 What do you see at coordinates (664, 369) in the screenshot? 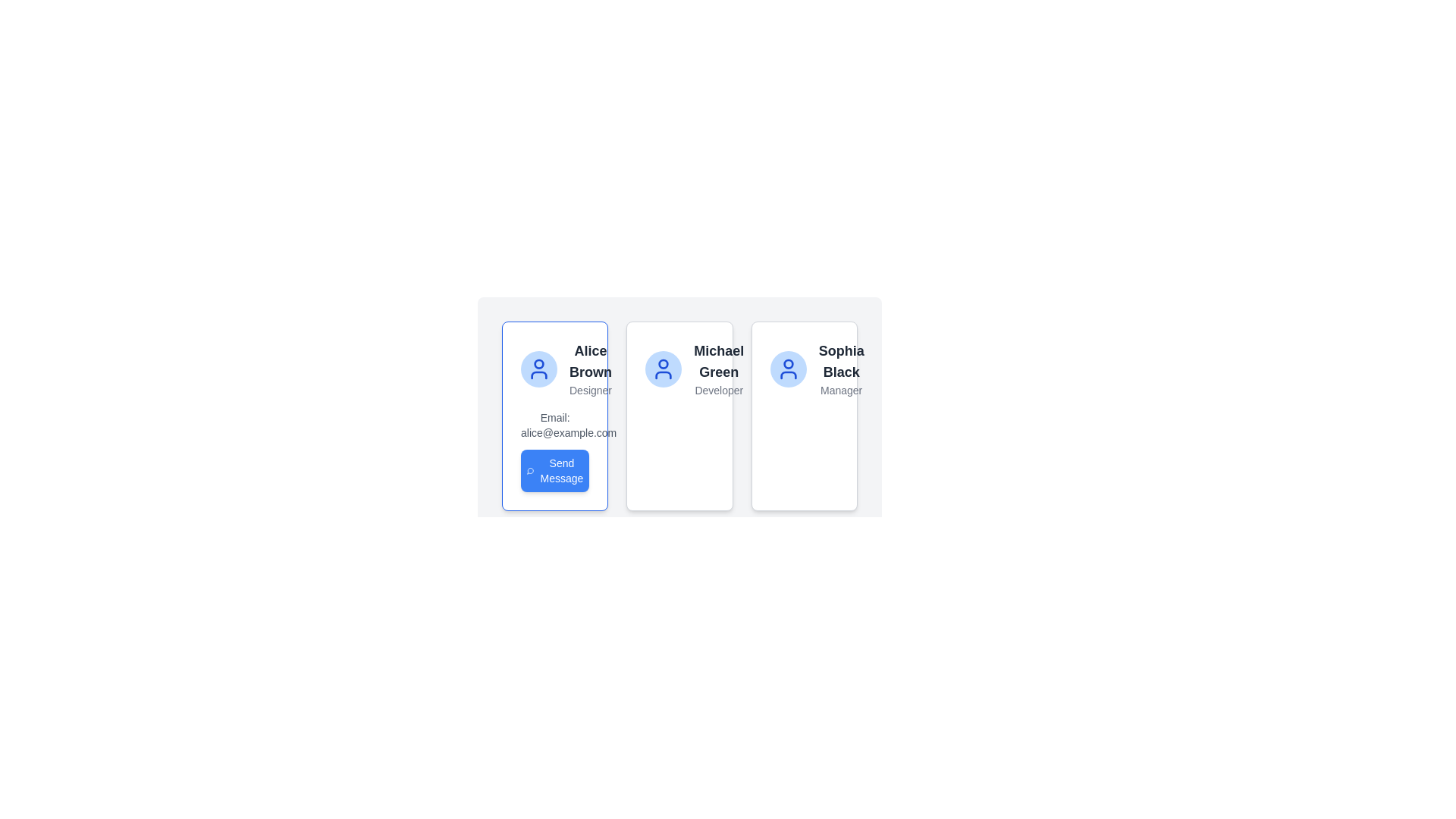
I see `the circular icon with a light blue background and dark blue user icon, located to the left of the text 'Michael Green' and 'Developer'` at bounding box center [664, 369].